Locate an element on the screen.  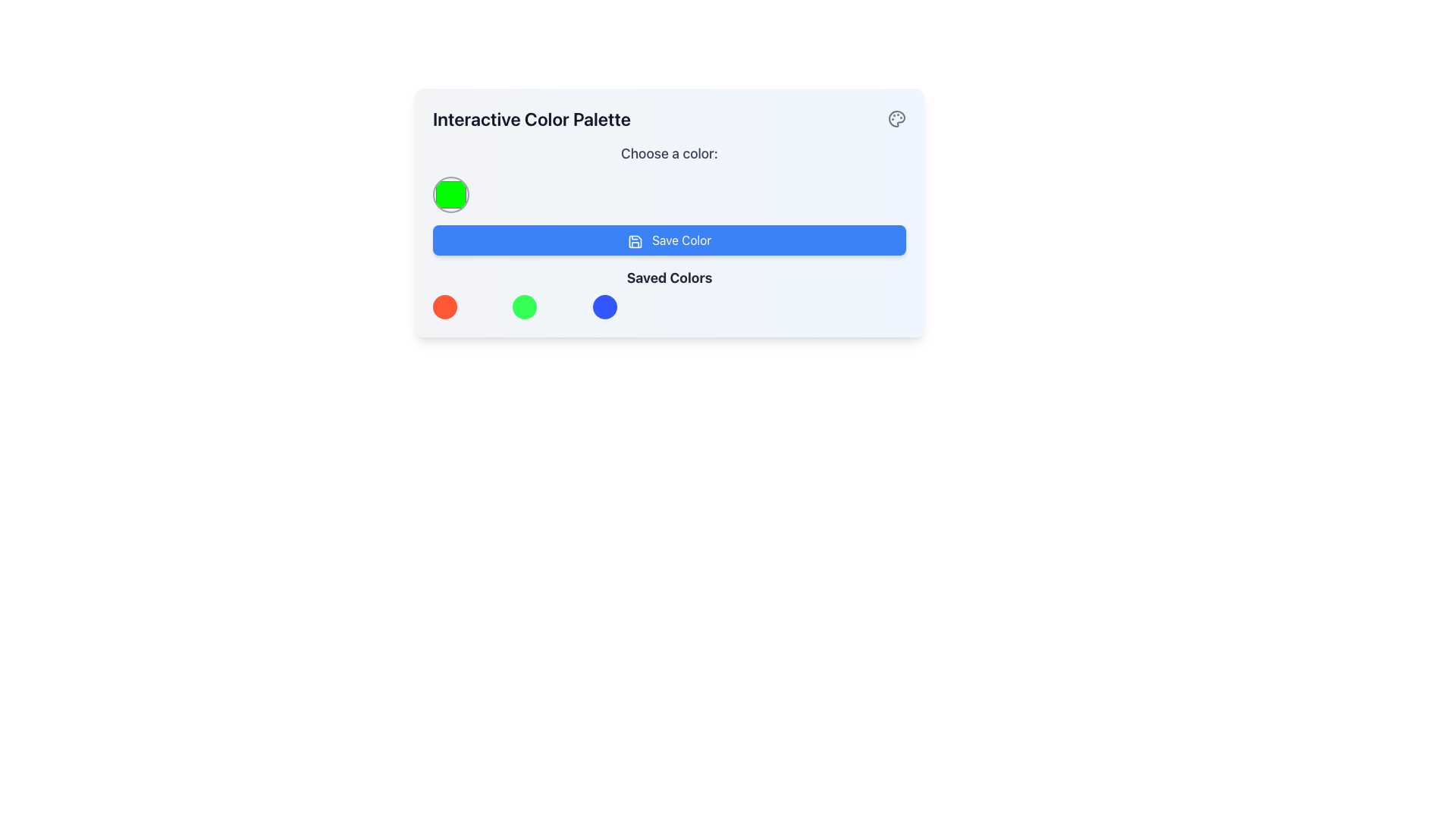
the save button located centrally below the color selection circle and above the 'Saved Colors' section is located at coordinates (669, 239).